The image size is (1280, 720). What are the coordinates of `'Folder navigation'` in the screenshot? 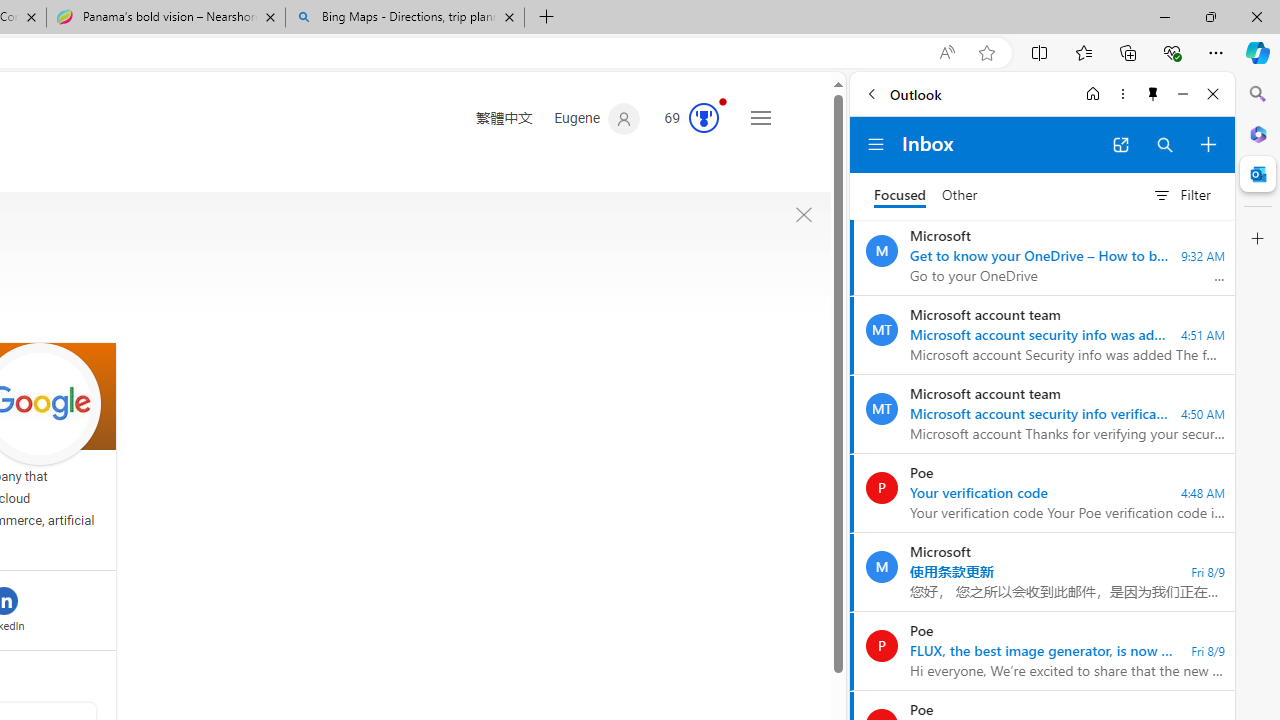 It's located at (876, 144).